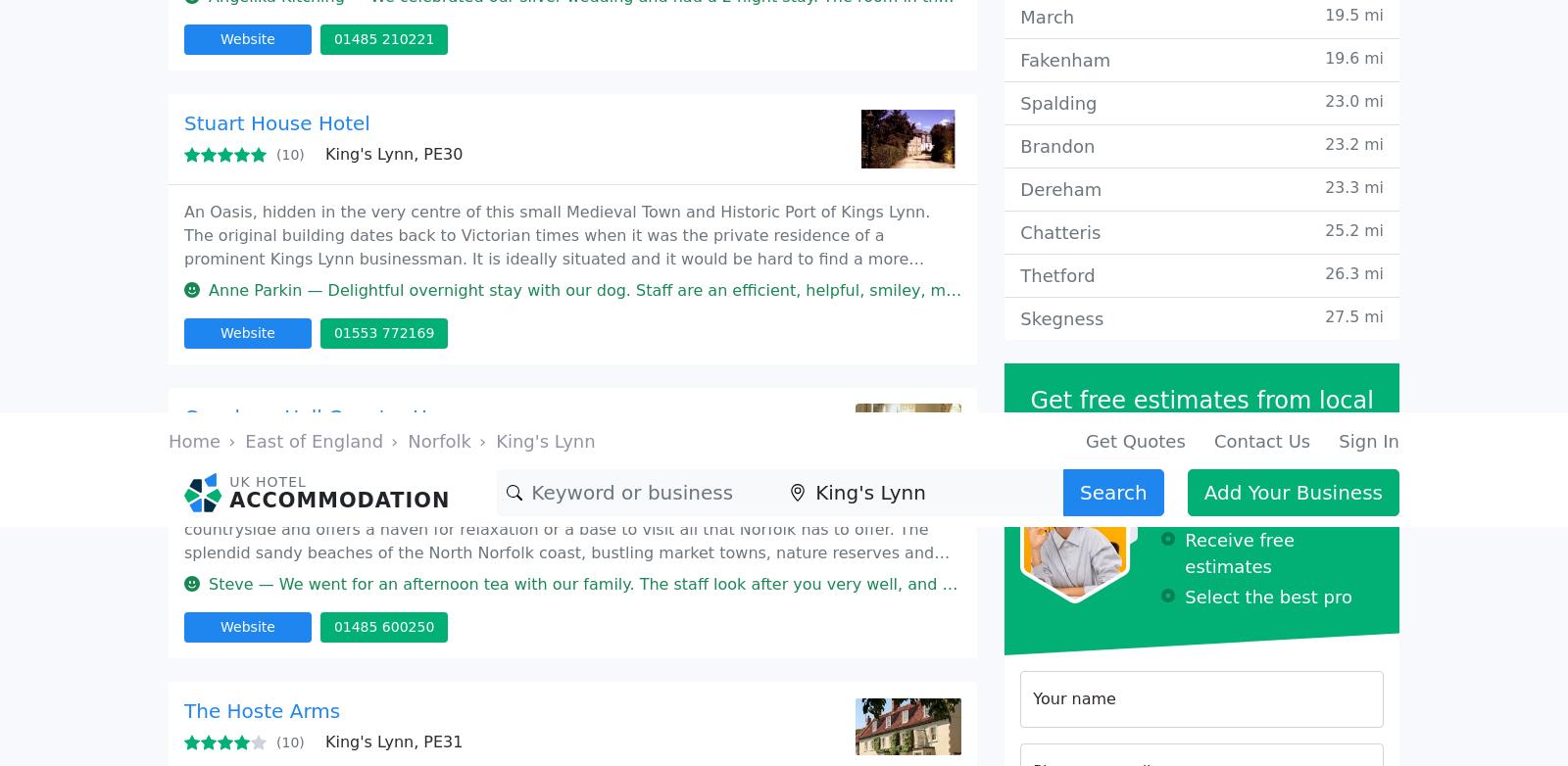 This screenshot has width=1568, height=766. What do you see at coordinates (1275, 277) in the screenshot?
I see `'Cookies policy'` at bounding box center [1275, 277].